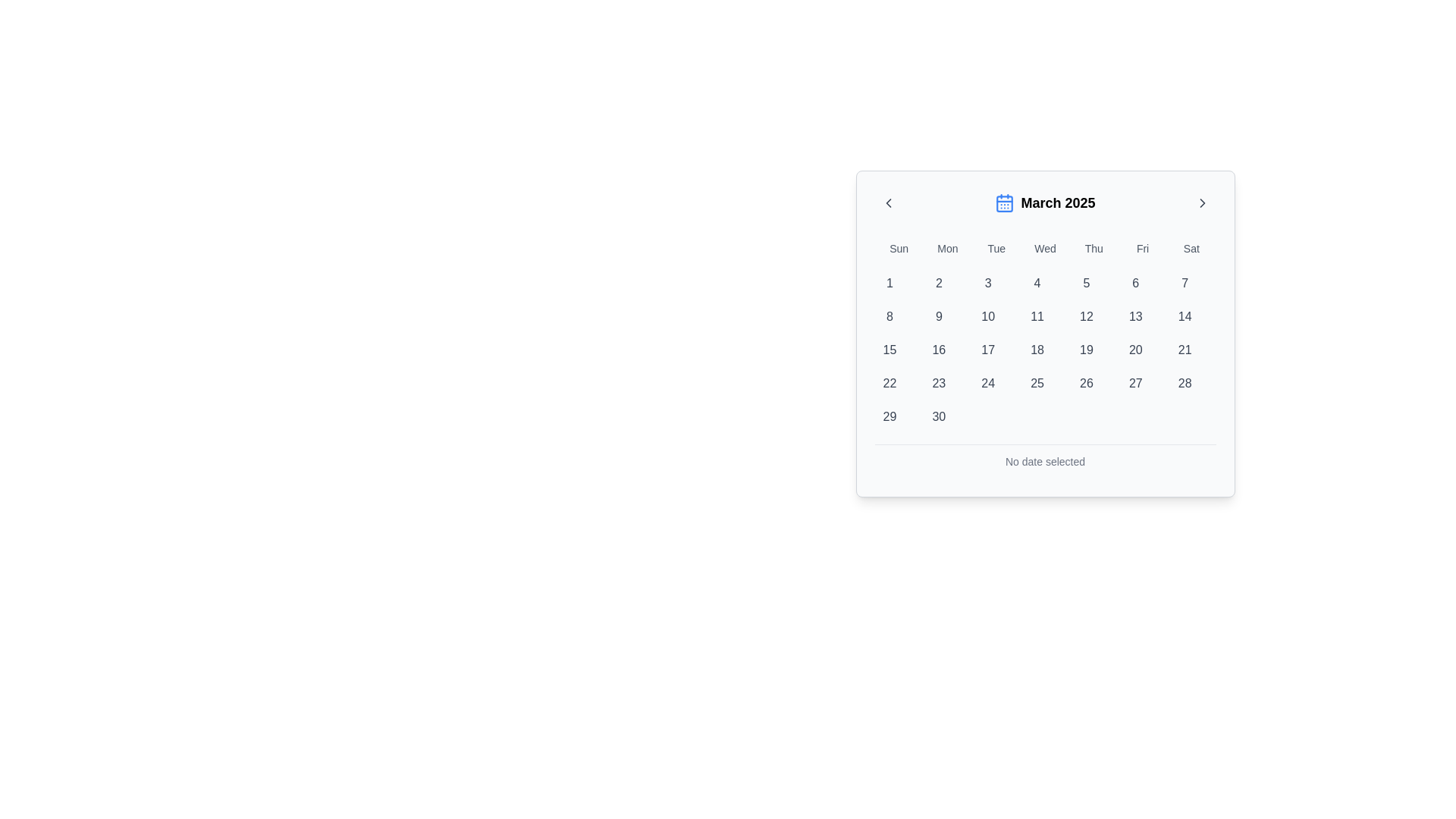  Describe the element at coordinates (890, 417) in the screenshot. I see `the button representing the date '29' in the bottom-right corner of the calendar grid` at that location.